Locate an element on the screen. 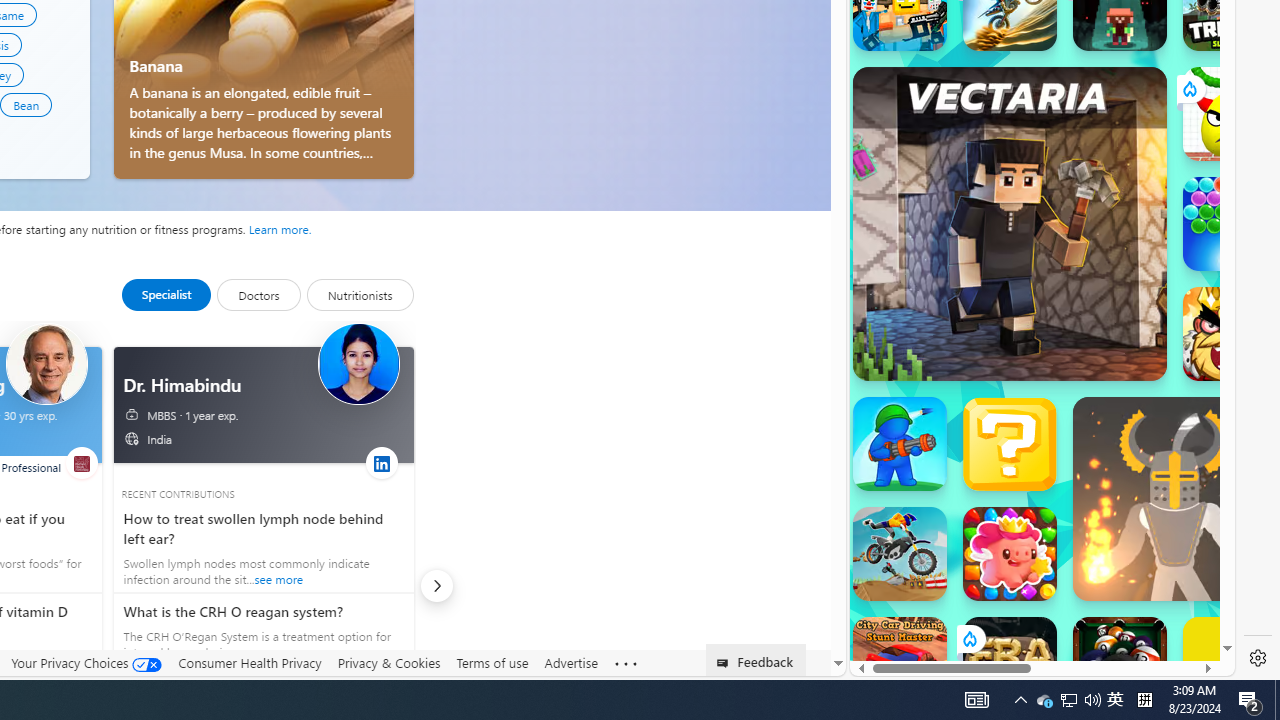 Image resolution: width=1280 pixels, height=720 pixels. 'War Master' is located at coordinates (898, 442).